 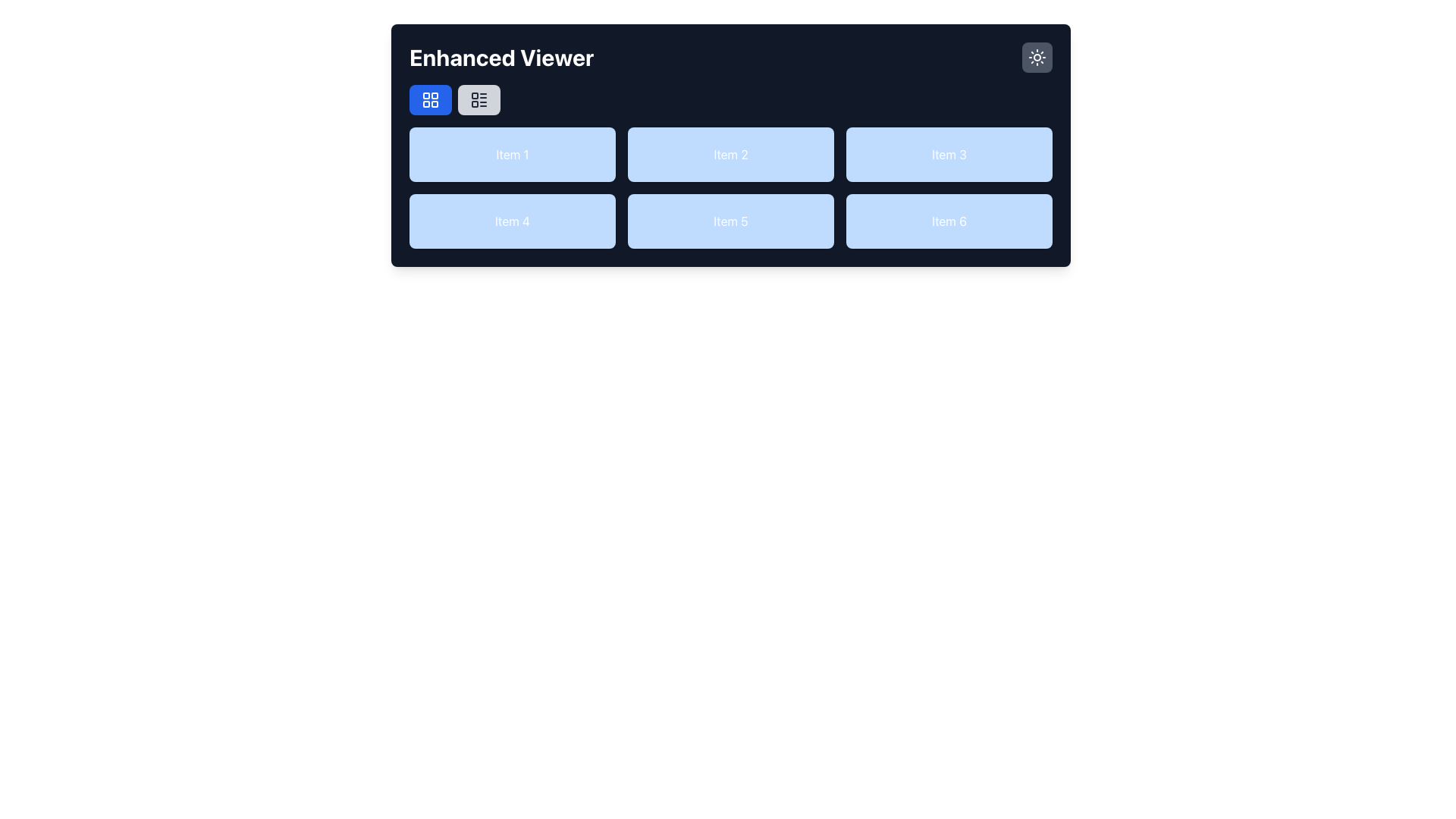 What do you see at coordinates (949, 155) in the screenshot?
I see `the Card or grid item located at the third position in the first row of a grid layout, which serves as a visual indicator or descriptor for its corresponding data` at bounding box center [949, 155].